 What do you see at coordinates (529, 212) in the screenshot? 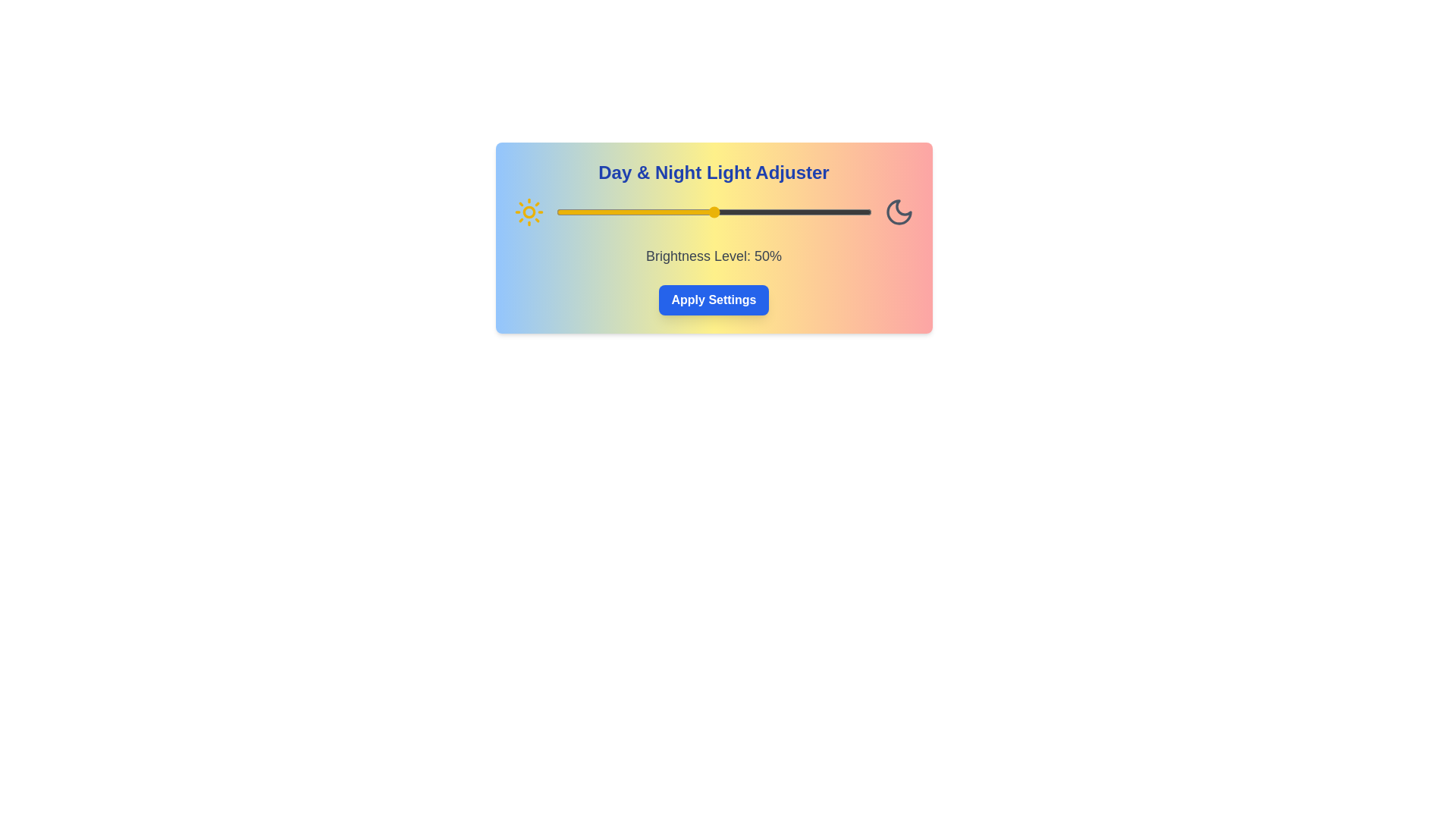
I see `the sun icon to interact with it` at bounding box center [529, 212].